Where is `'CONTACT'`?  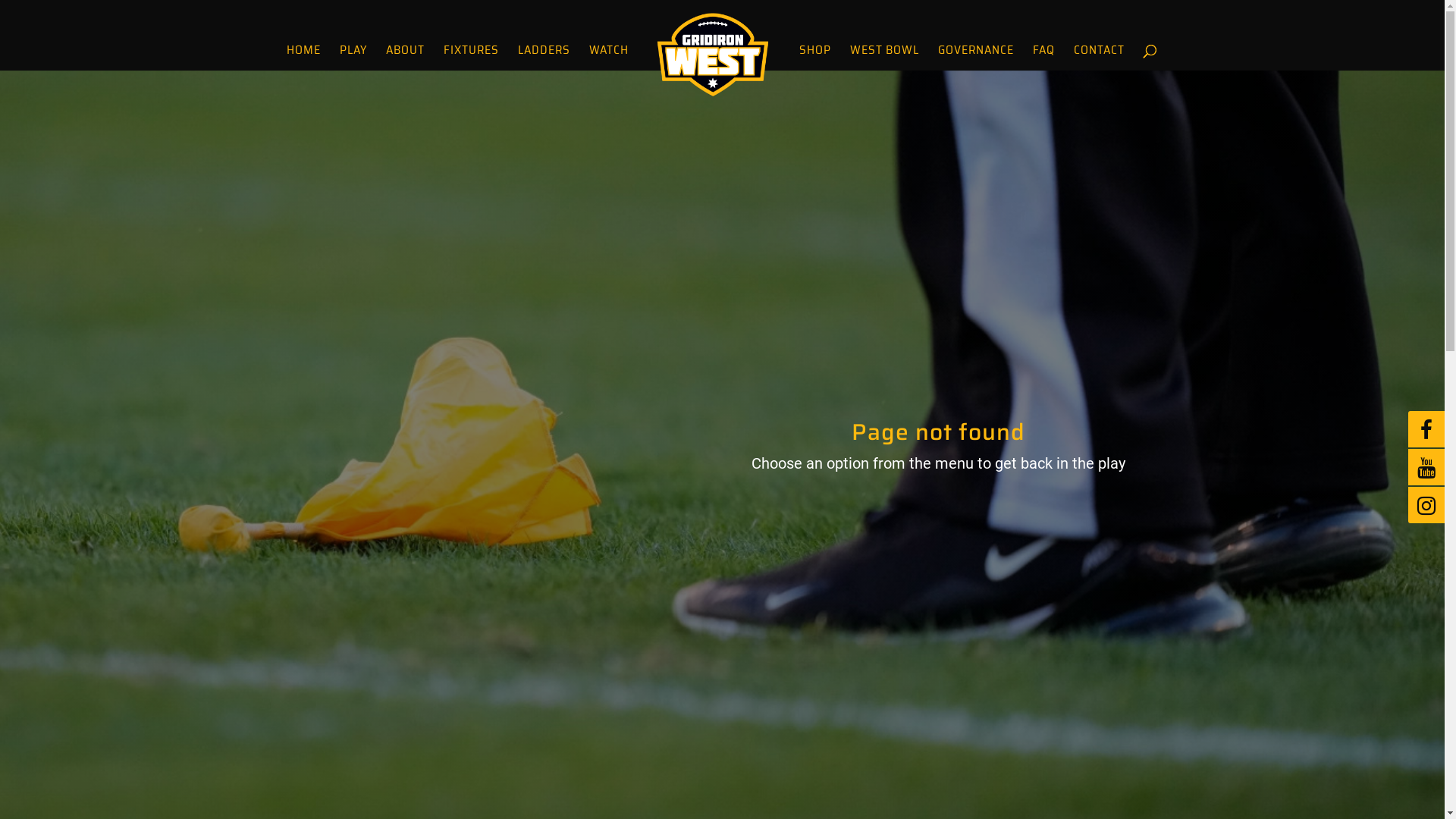 'CONTACT' is located at coordinates (1099, 57).